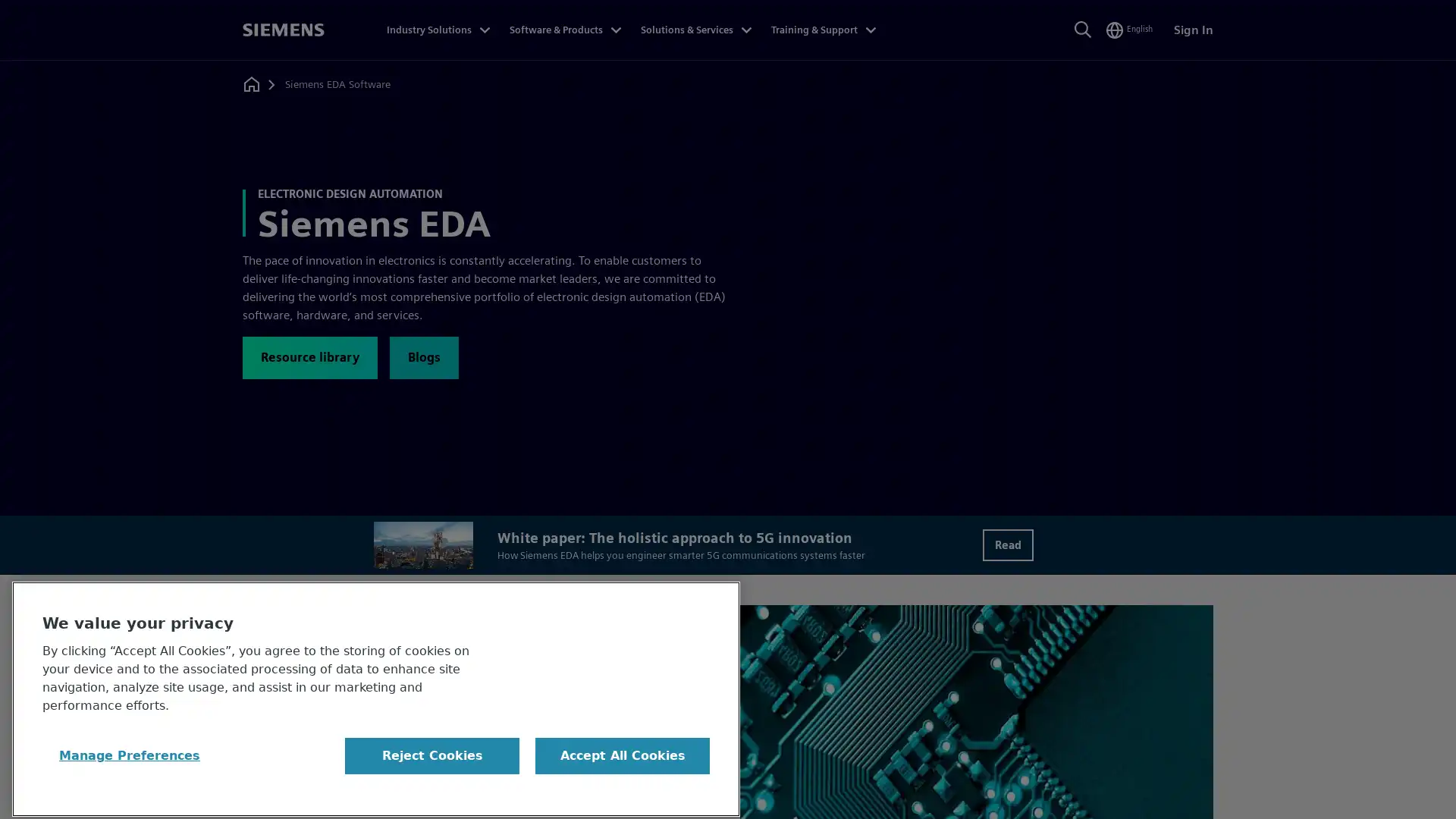 Image resolution: width=1456 pixels, height=819 pixels. Describe the element at coordinates (431, 745) in the screenshot. I see `Reject Cookies` at that location.